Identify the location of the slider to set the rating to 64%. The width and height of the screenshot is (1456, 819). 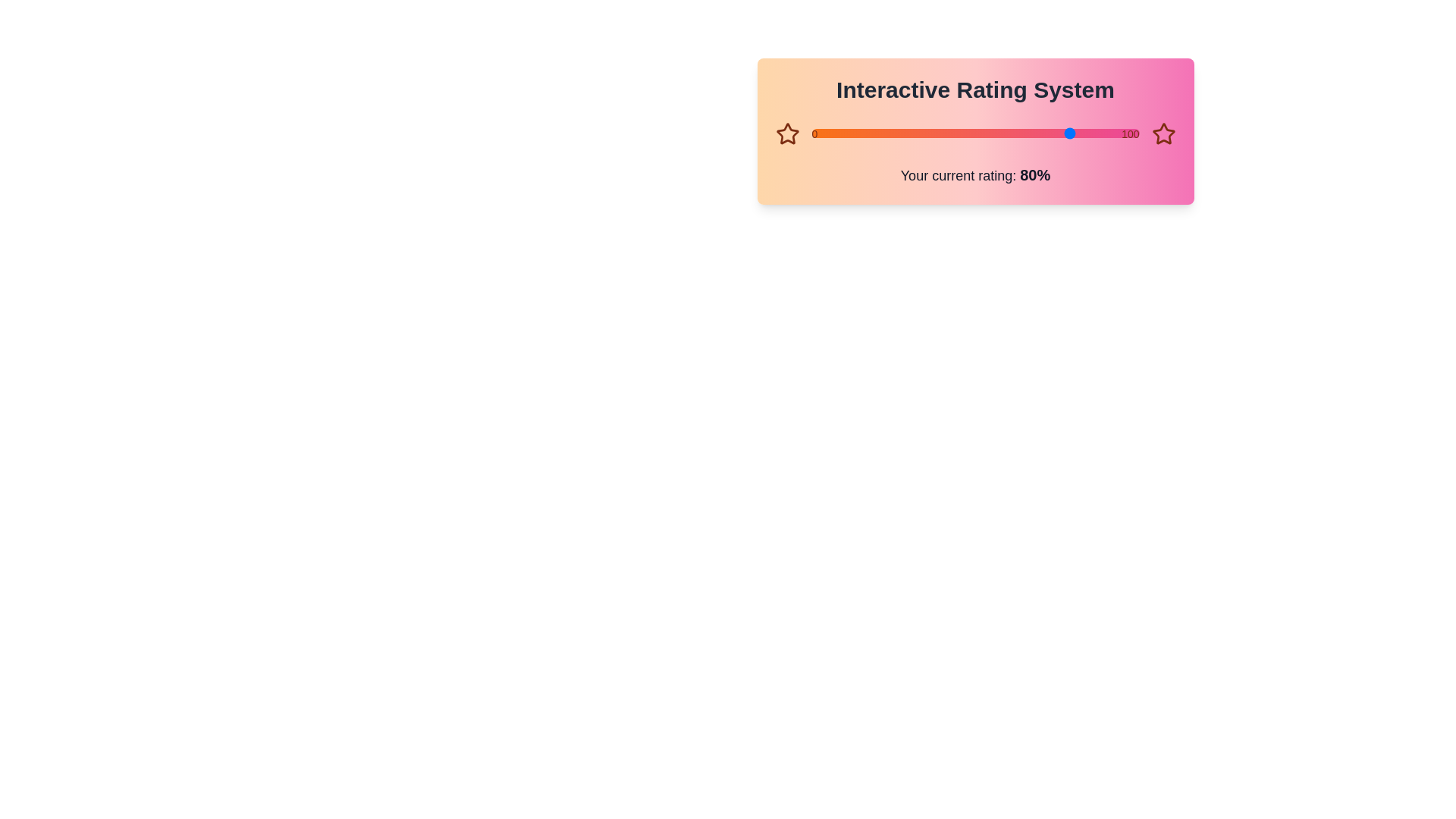
(811, 133).